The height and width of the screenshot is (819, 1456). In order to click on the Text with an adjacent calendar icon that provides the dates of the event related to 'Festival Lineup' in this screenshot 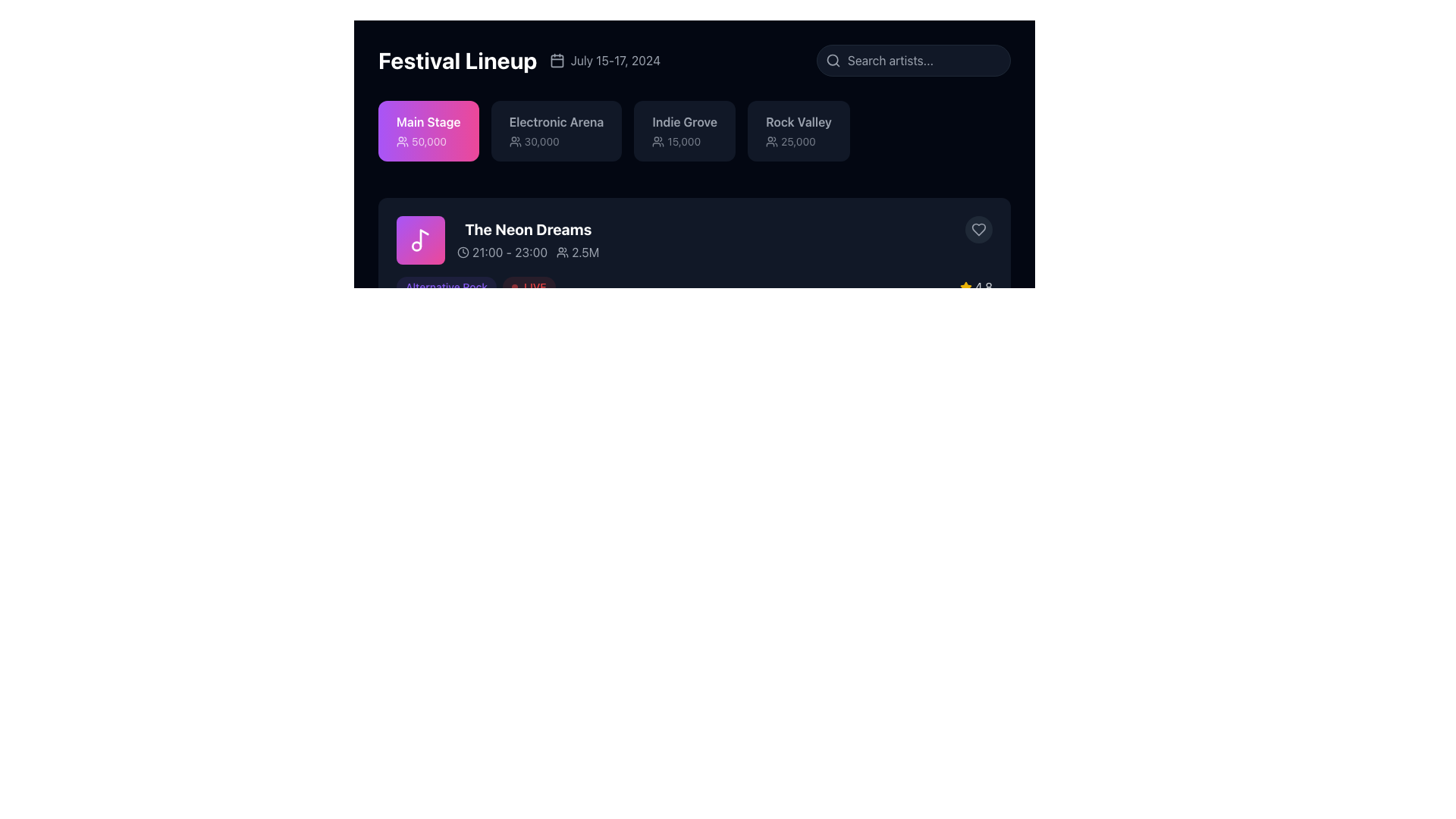, I will do `click(604, 60)`.